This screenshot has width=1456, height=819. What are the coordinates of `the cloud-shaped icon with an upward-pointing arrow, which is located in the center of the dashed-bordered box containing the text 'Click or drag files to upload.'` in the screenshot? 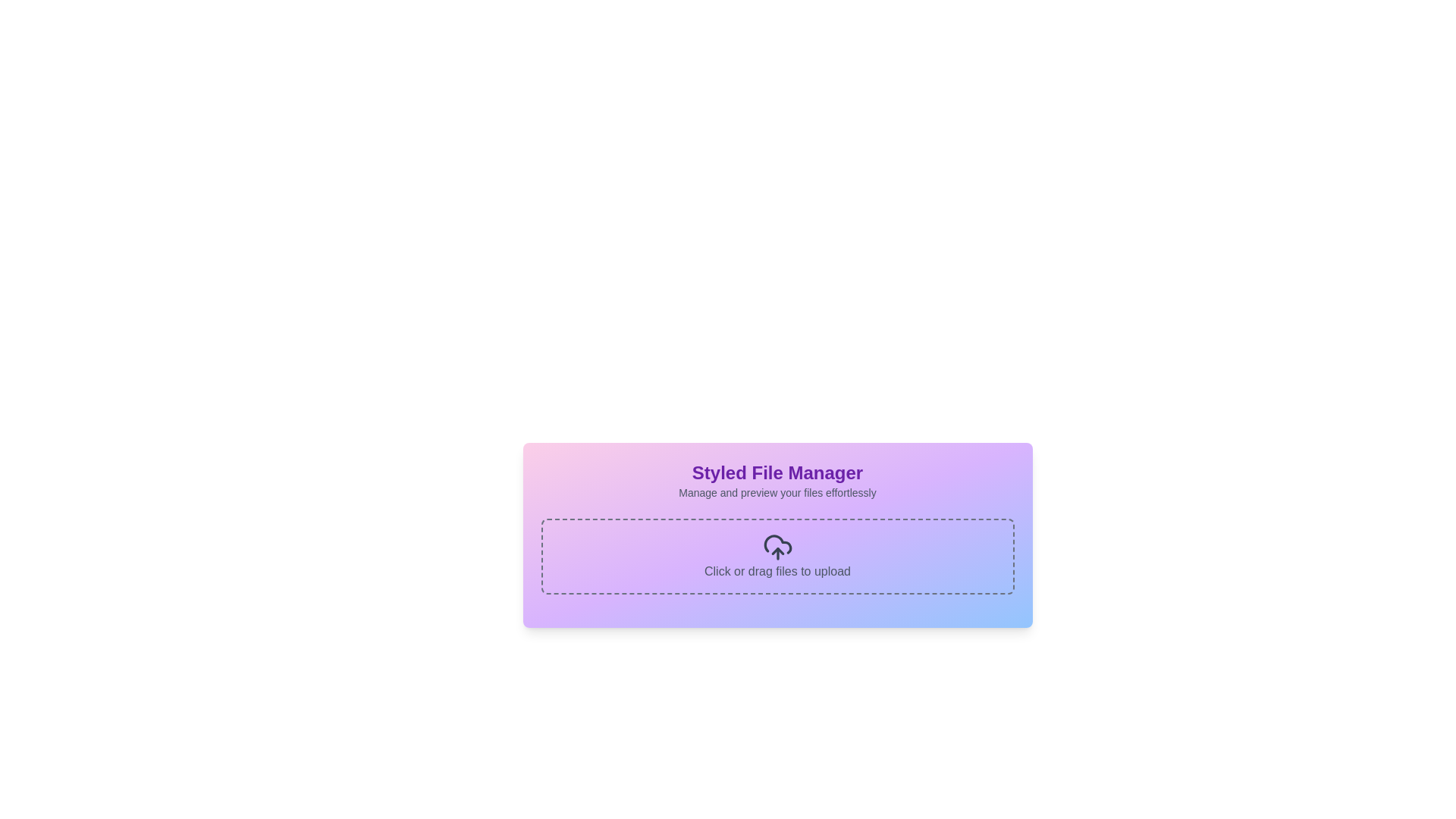 It's located at (777, 547).